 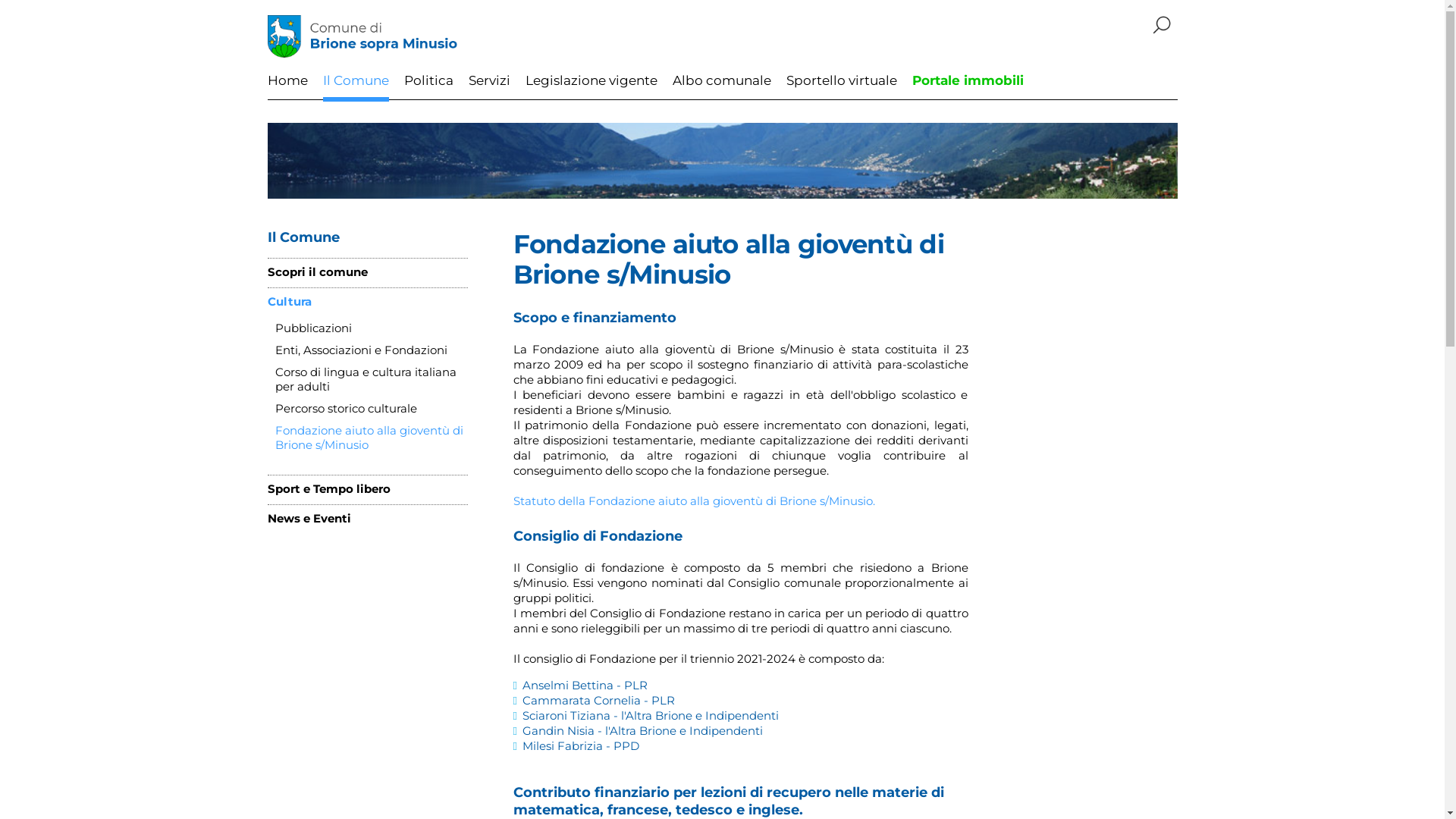 What do you see at coordinates (589, 87) in the screenshot?
I see `'Legislazione vigente'` at bounding box center [589, 87].